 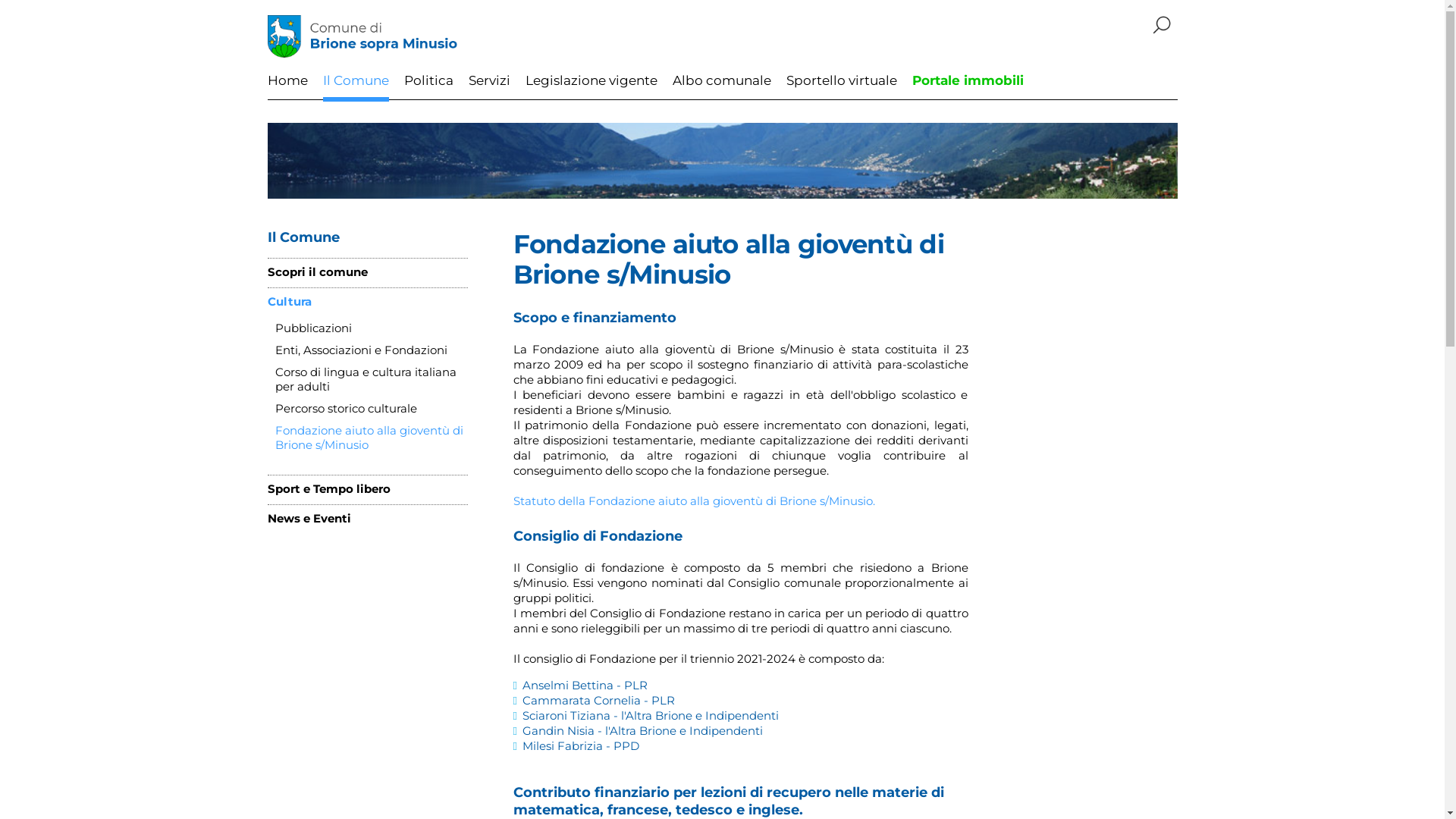 What do you see at coordinates (589, 87) in the screenshot?
I see `'Legislazione vigente'` at bounding box center [589, 87].